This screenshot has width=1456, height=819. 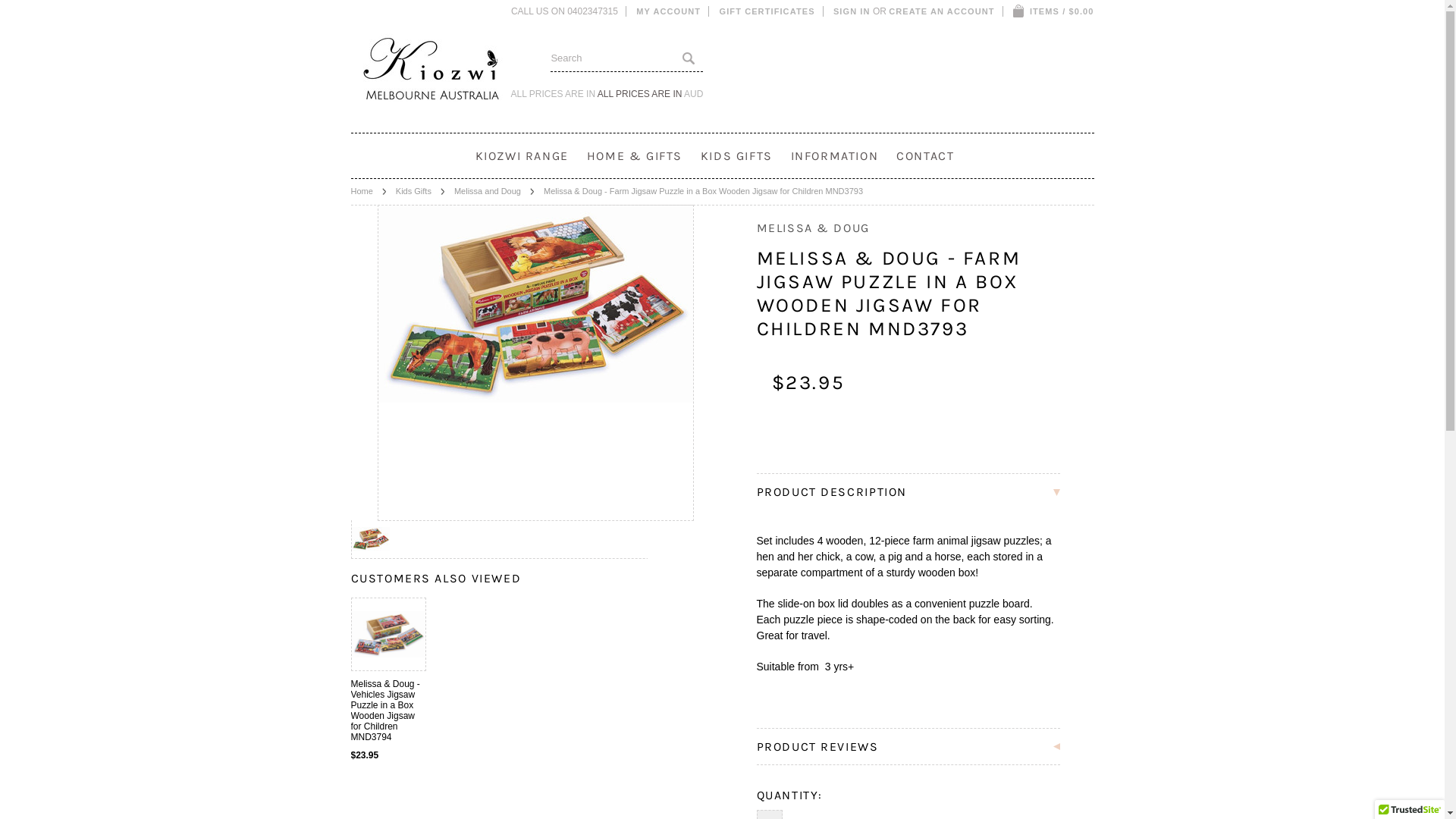 I want to click on 'Melissa and Doug', so click(x=494, y=190).